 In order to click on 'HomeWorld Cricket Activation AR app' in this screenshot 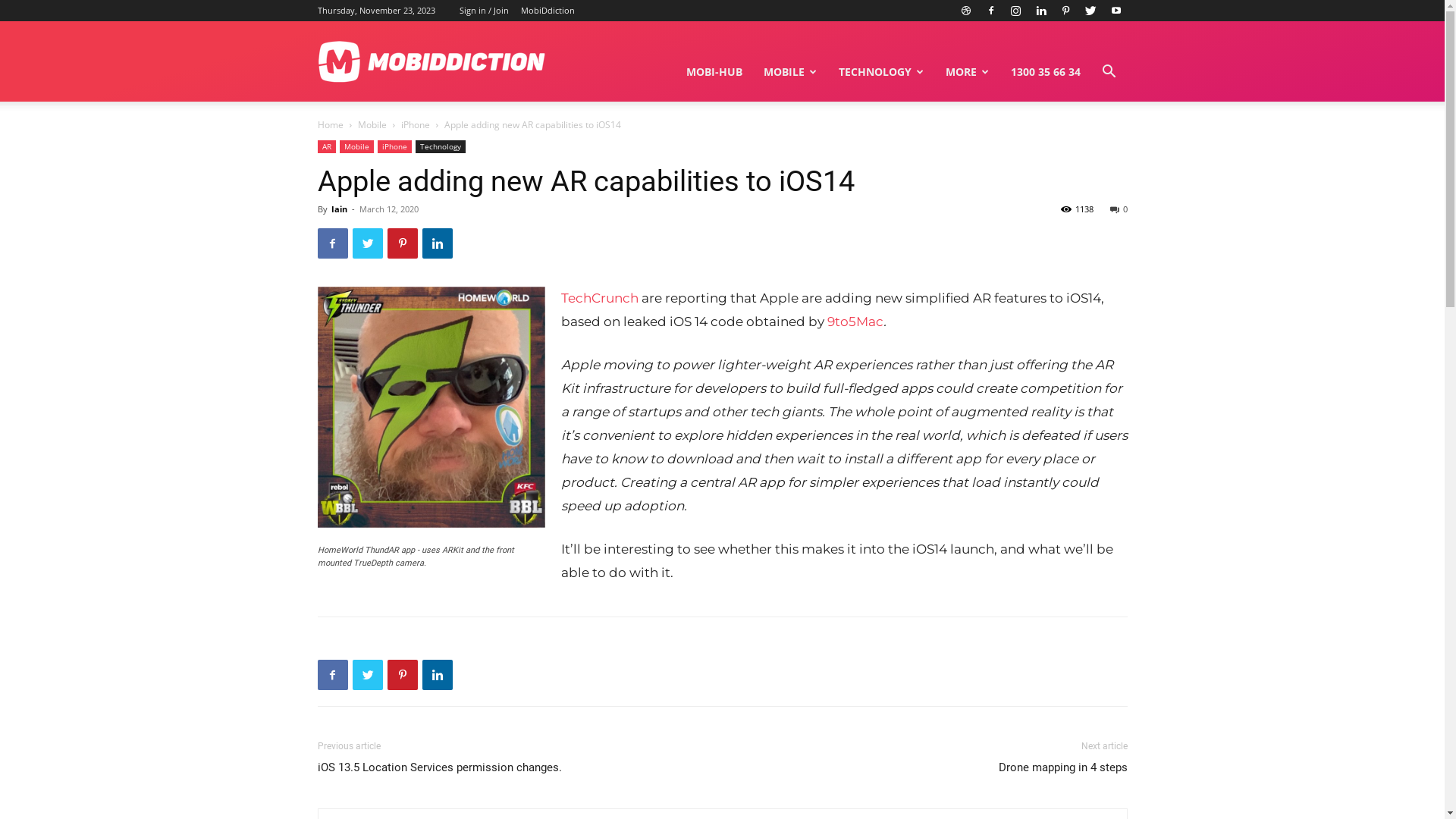, I will do `click(429, 406)`.